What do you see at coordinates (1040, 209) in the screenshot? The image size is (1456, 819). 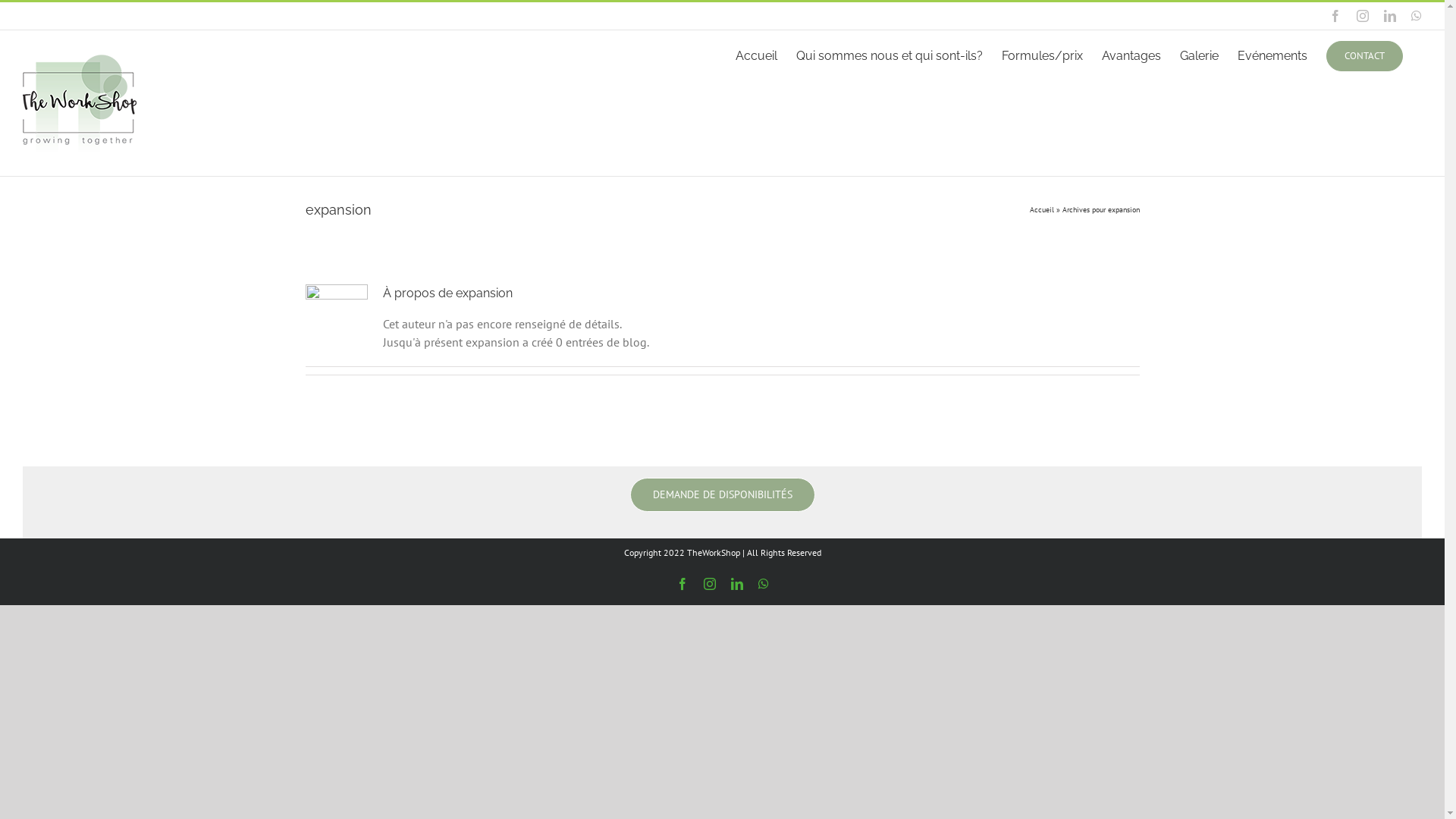 I see `'Accueil'` at bounding box center [1040, 209].